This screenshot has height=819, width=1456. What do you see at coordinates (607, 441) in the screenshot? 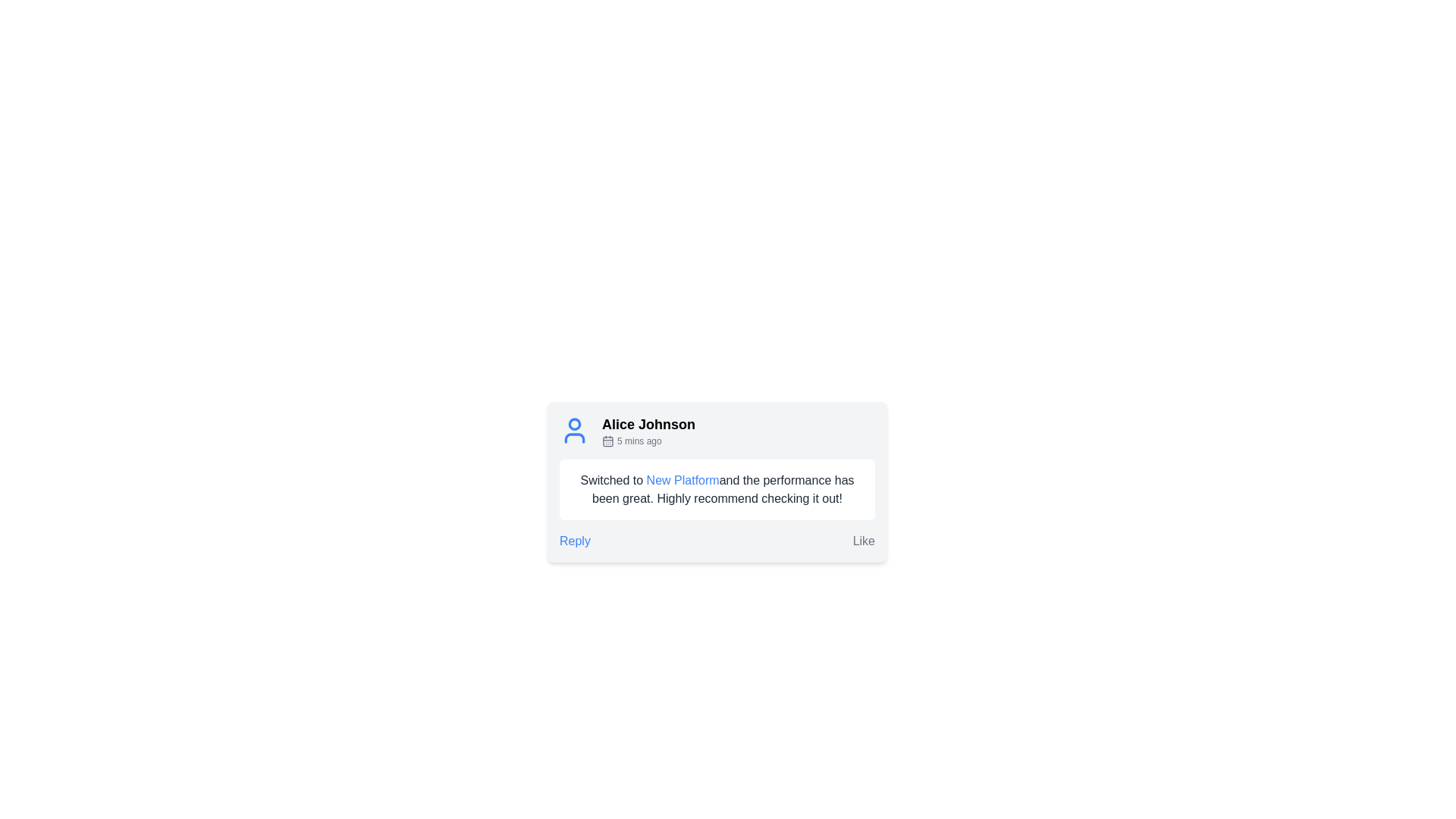
I see `the time/date icon located to the left of the '5 mins ago' text in the comment card interface` at bounding box center [607, 441].